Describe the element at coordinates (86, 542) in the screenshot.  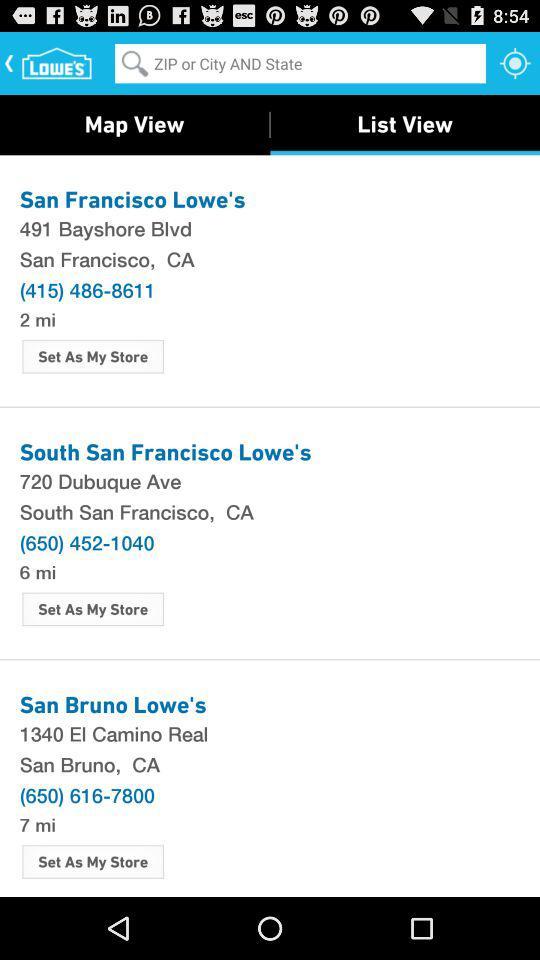
I see `(650) 452-1040 item` at that location.